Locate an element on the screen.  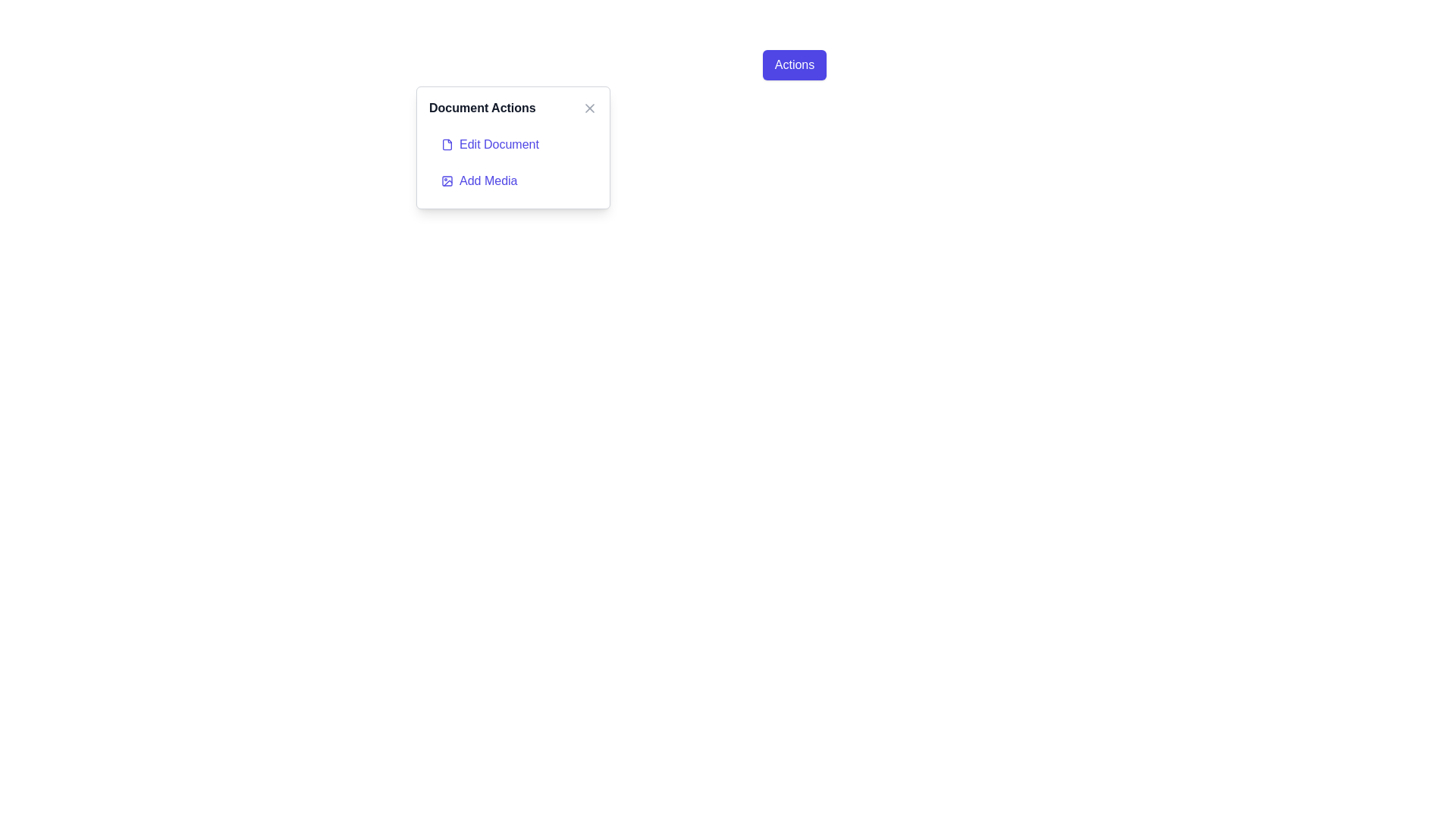
the leading icon in the 'Add Media' row within the 'Document Actions' dropdown menu for visual cues is located at coordinates (447, 180).